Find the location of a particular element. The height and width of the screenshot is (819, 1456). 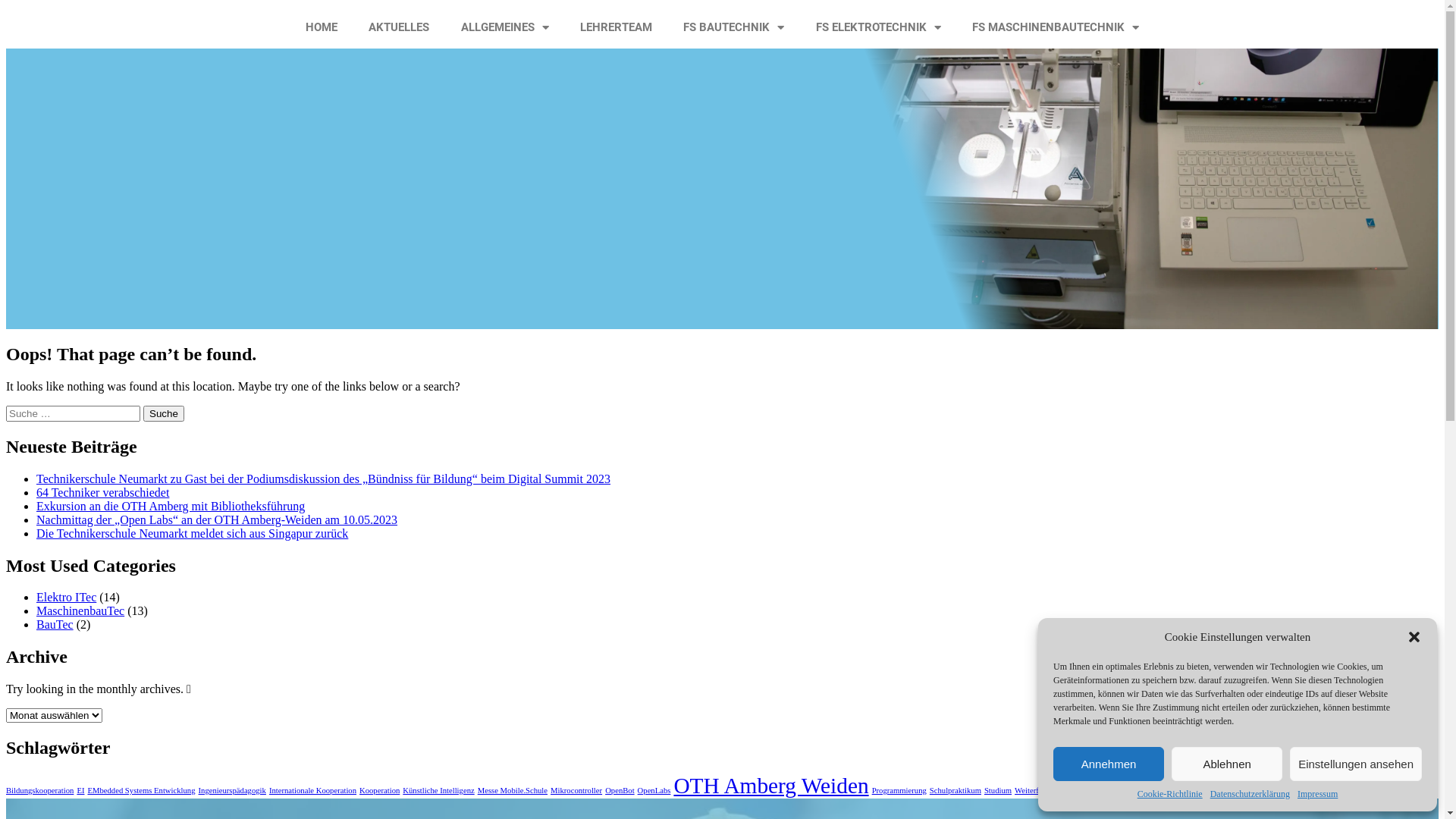

'Messe Mobile.Schule' is located at coordinates (476, 789).